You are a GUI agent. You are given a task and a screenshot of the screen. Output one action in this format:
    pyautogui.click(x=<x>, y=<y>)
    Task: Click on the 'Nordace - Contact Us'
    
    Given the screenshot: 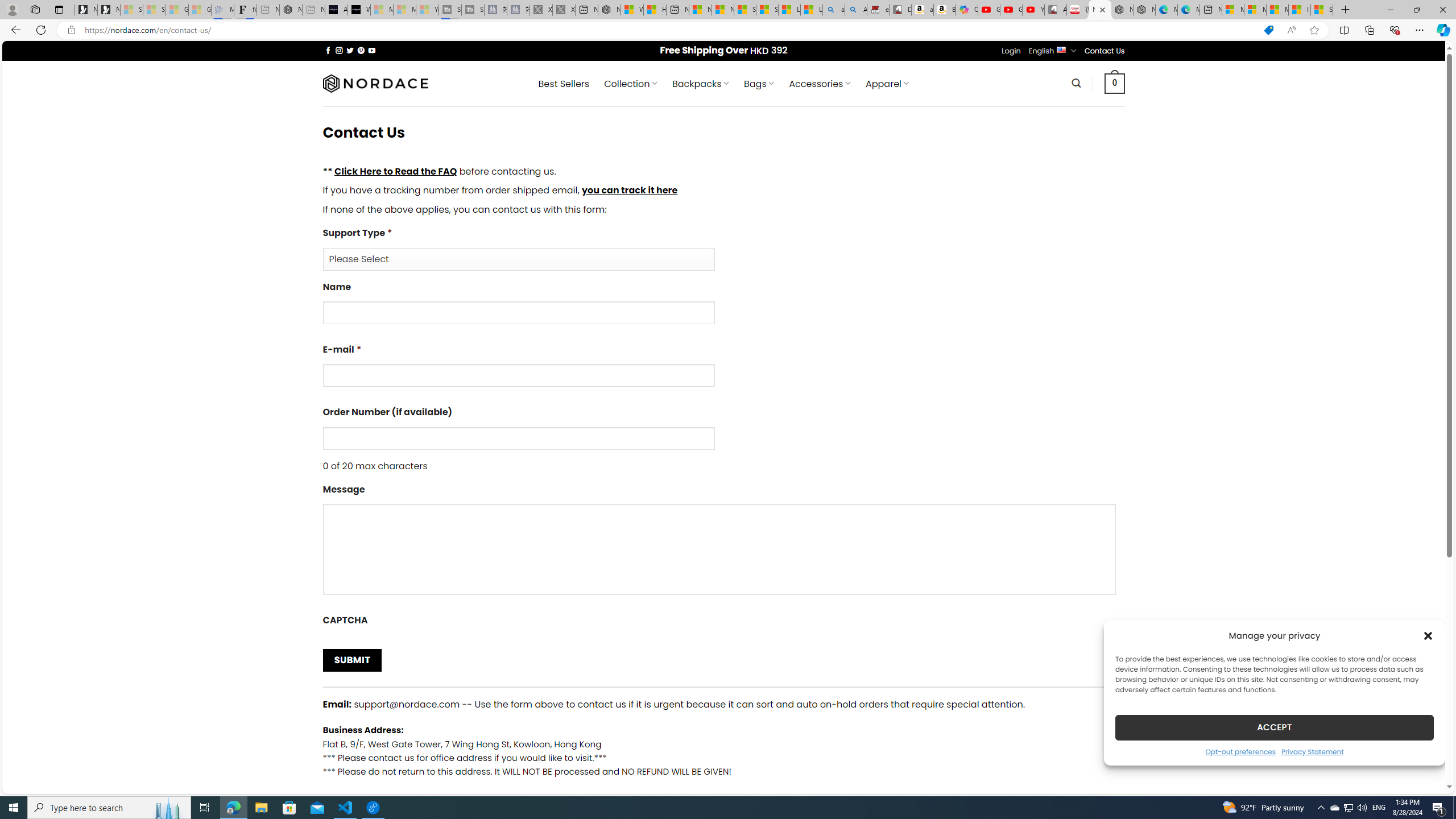 What is the action you would take?
    pyautogui.click(x=1099, y=9)
    